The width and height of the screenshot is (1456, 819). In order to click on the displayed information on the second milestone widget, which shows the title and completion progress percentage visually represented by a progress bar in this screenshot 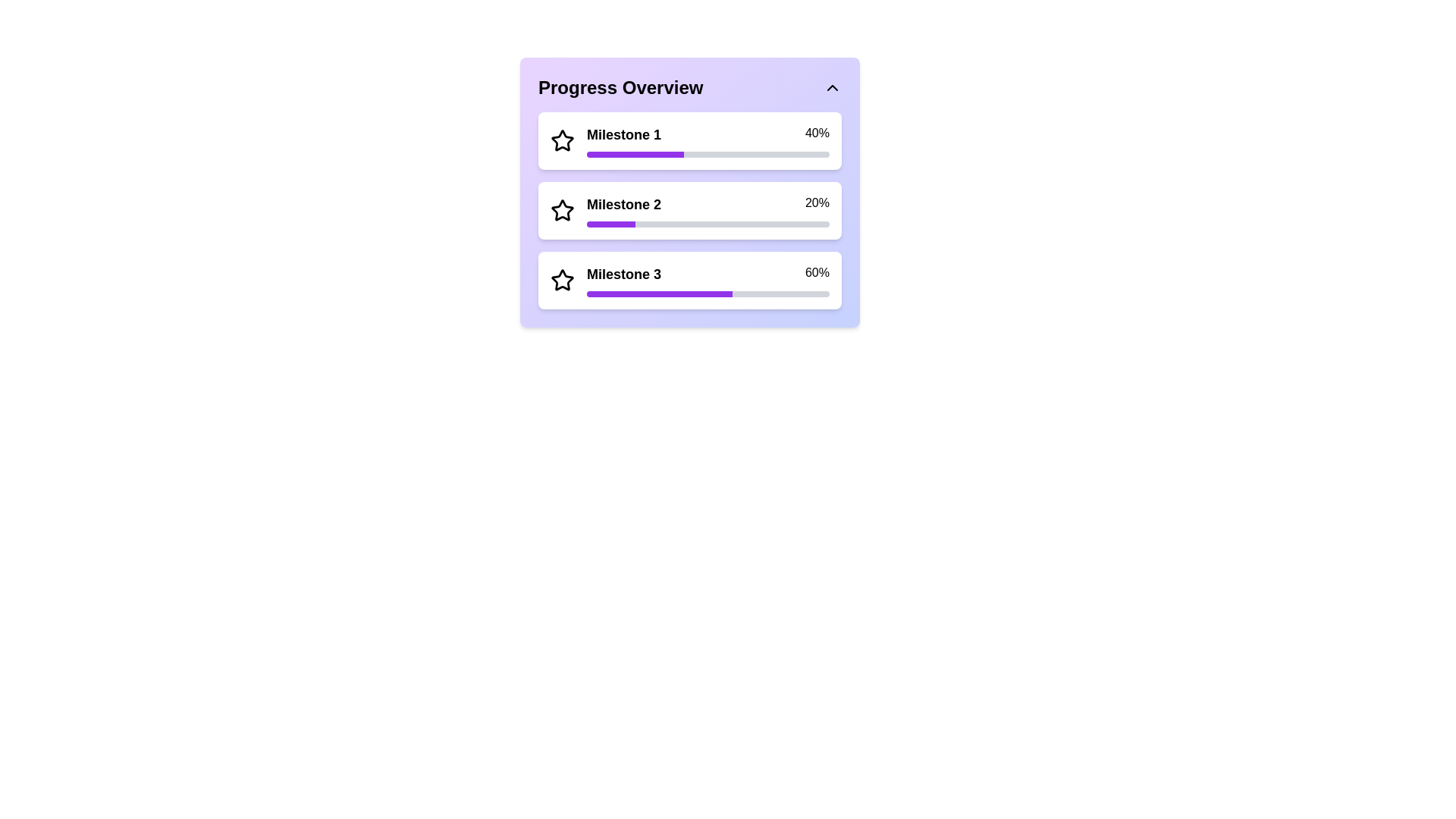, I will do `click(689, 210)`.